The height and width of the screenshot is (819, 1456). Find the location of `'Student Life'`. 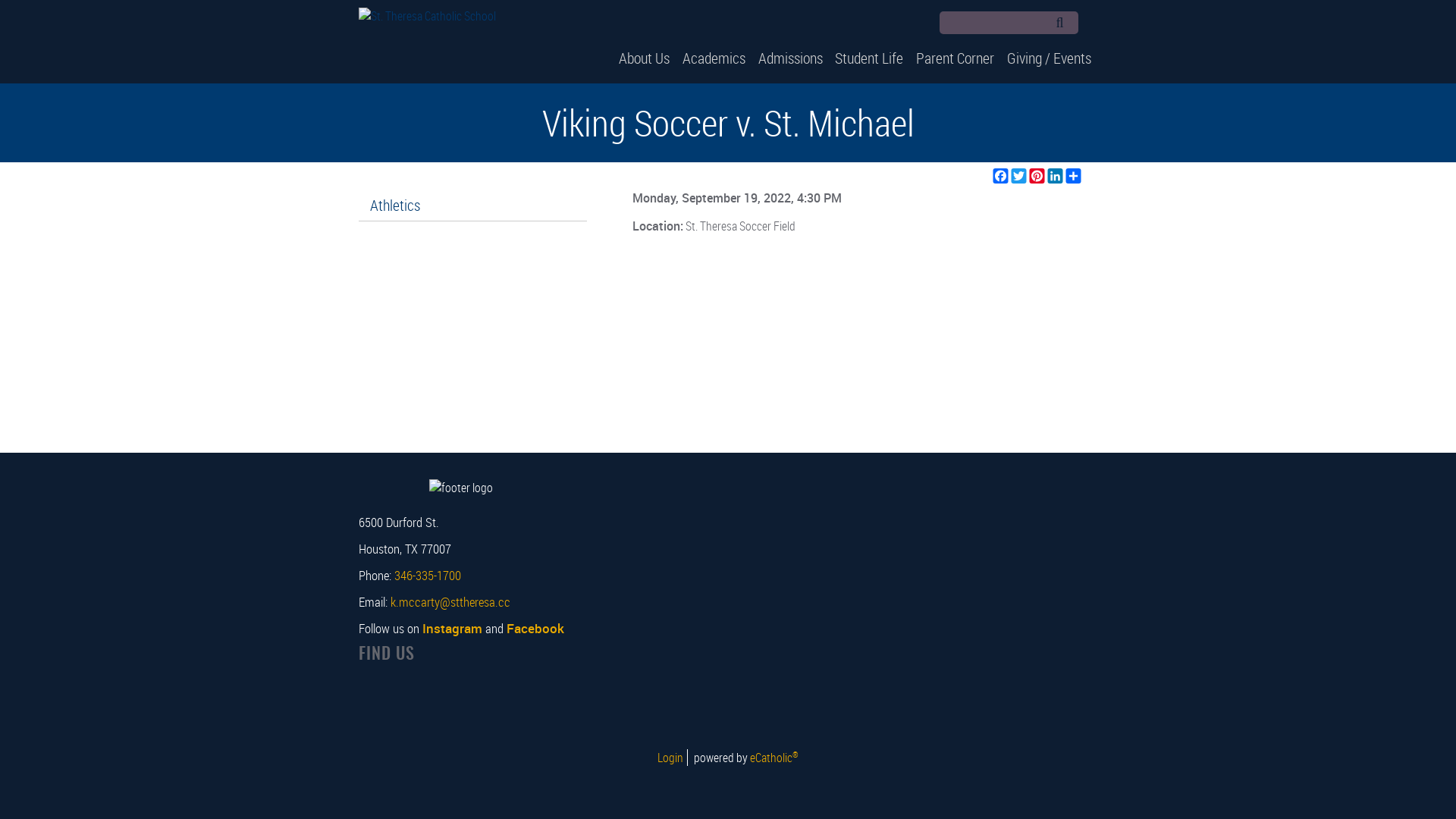

'Student Life' is located at coordinates (869, 57).